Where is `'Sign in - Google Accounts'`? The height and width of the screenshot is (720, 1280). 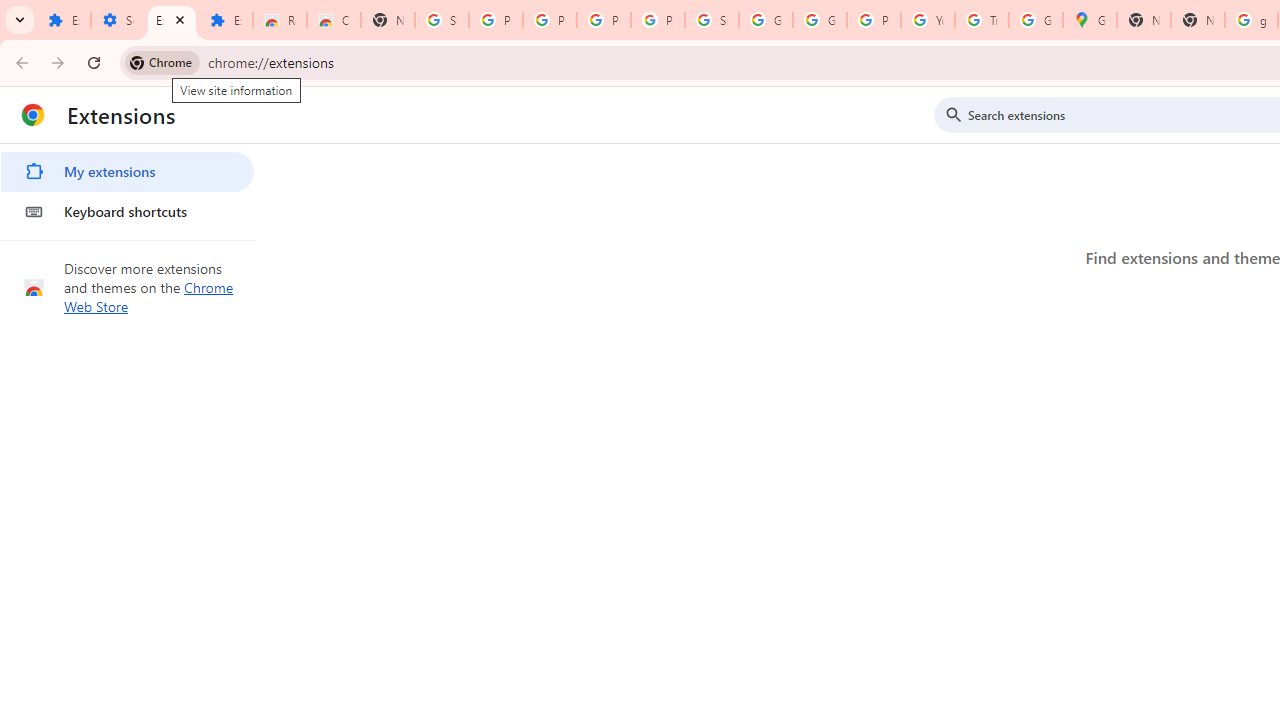 'Sign in - Google Accounts' is located at coordinates (440, 20).